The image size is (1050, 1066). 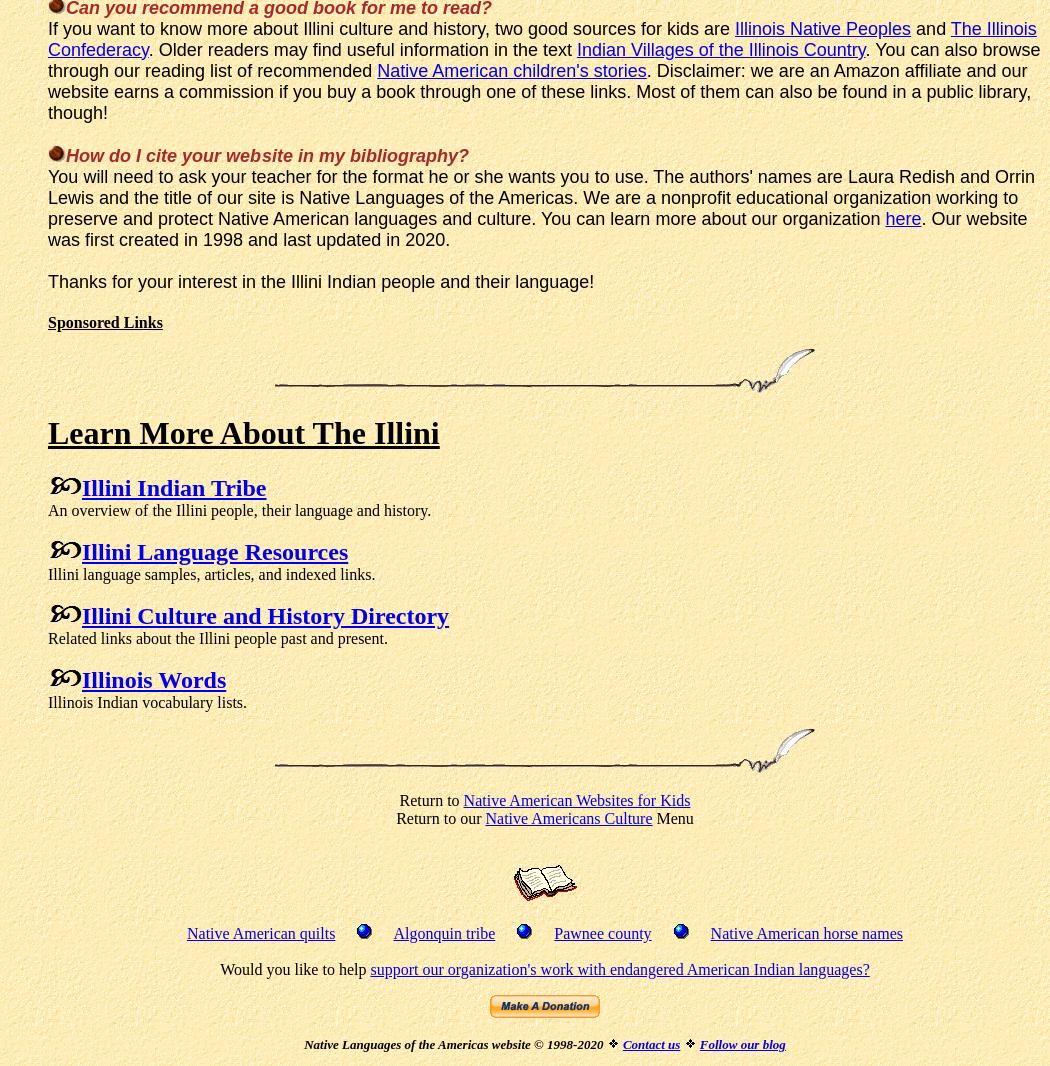 I want to click on 'here', so click(x=903, y=216).